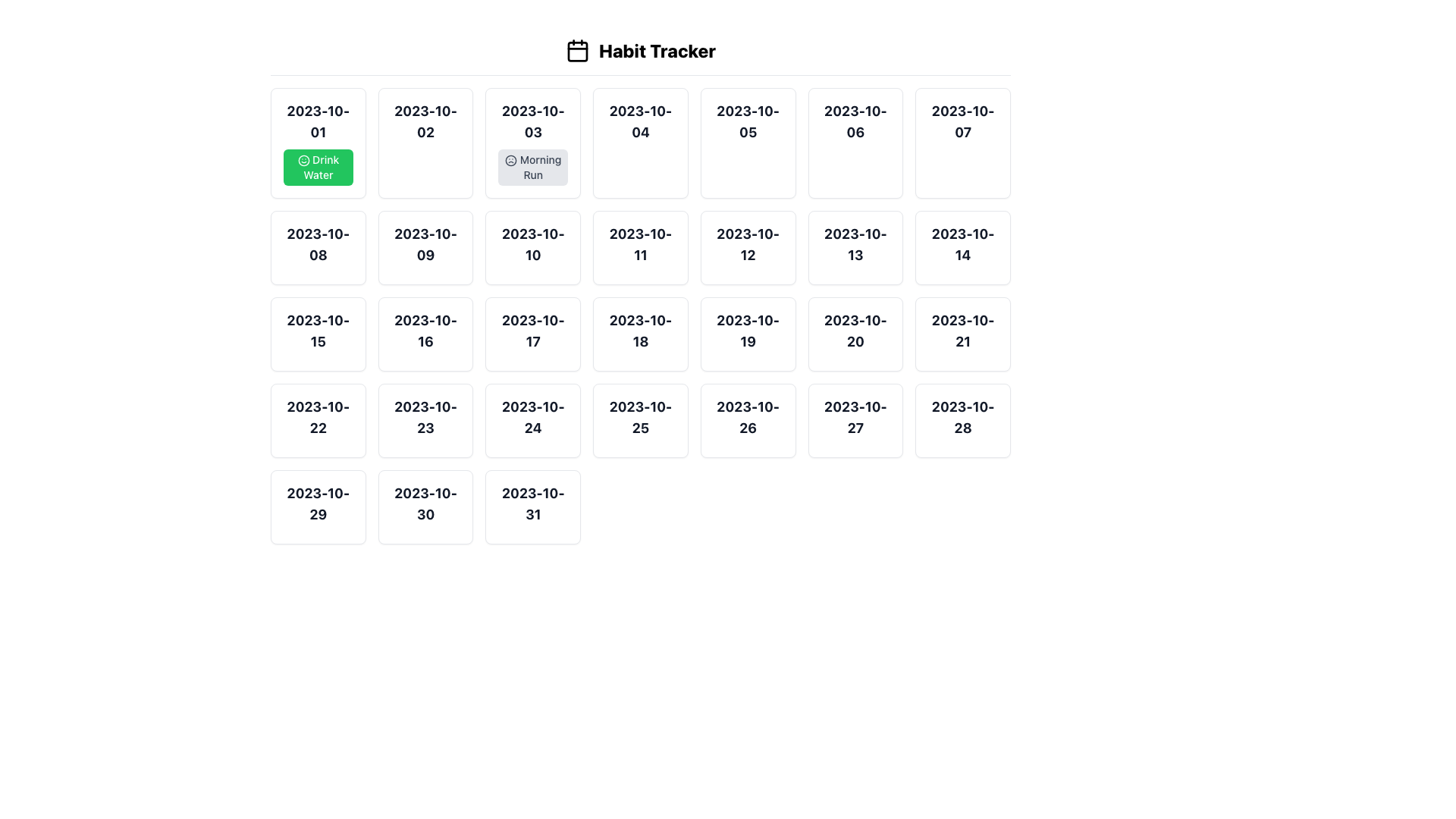 This screenshot has height=819, width=1456. What do you see at coordinates (533, 121) in the screenshot?
I see `the text label representing the date '2023-10-03' at the top-center of the card labeled '2023-10-03 Morning Run'` at bounding box center [533, 121].